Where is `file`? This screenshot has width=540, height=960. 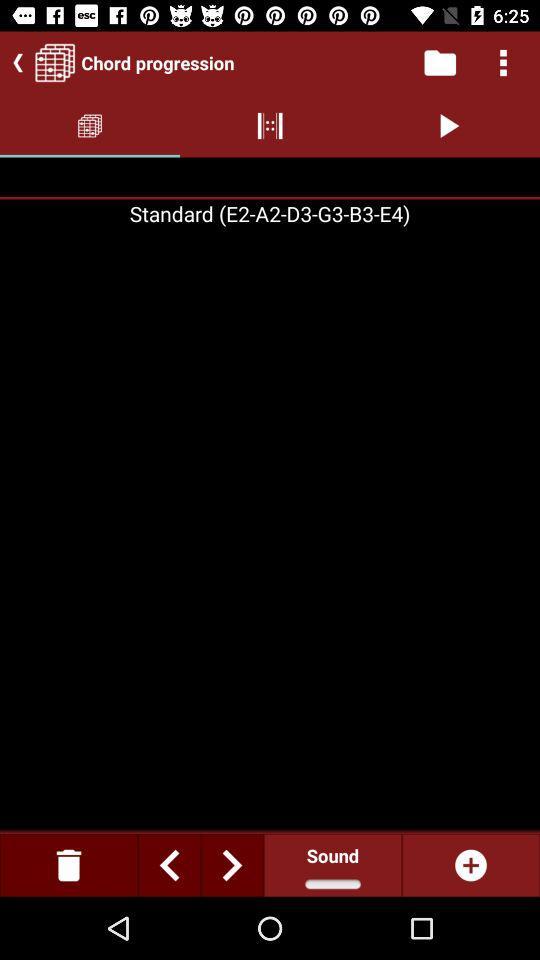 file is located at coordinates (438, 62).